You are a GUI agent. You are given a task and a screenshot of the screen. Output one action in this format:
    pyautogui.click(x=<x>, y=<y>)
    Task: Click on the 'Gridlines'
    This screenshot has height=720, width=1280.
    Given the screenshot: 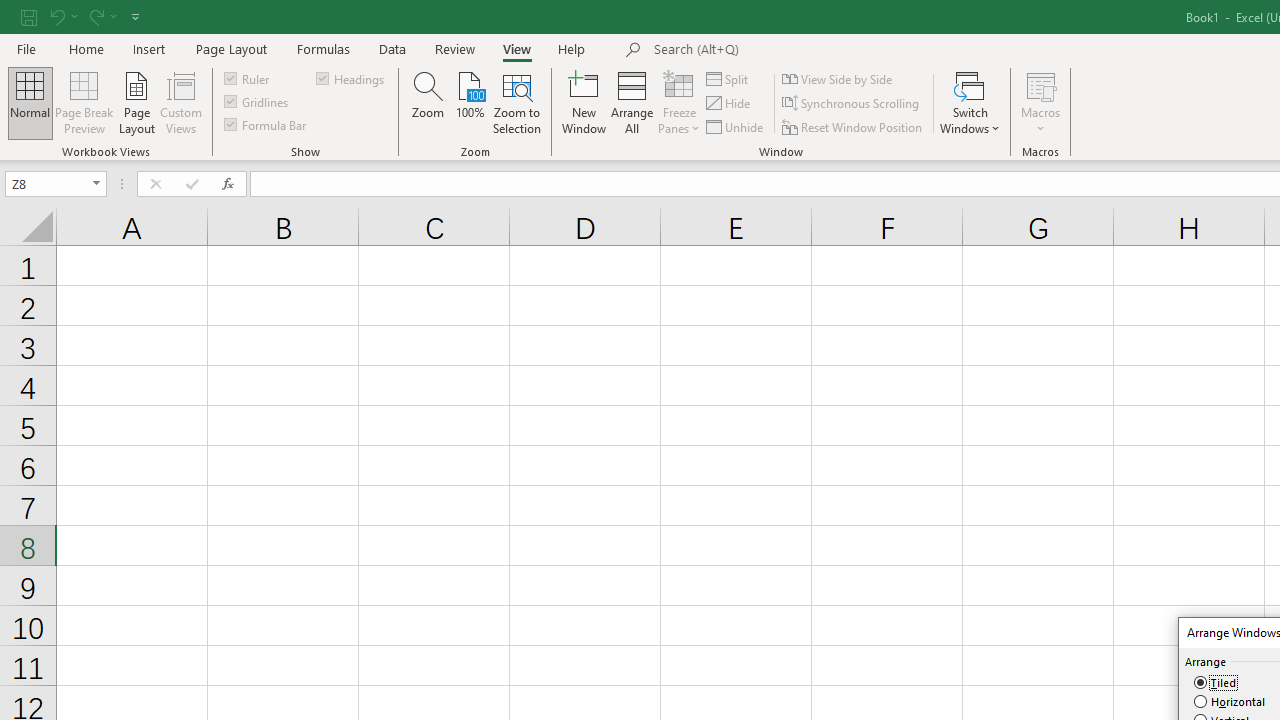 What is the action you would take?
    pyautogui.click(x=256, y=101)
    